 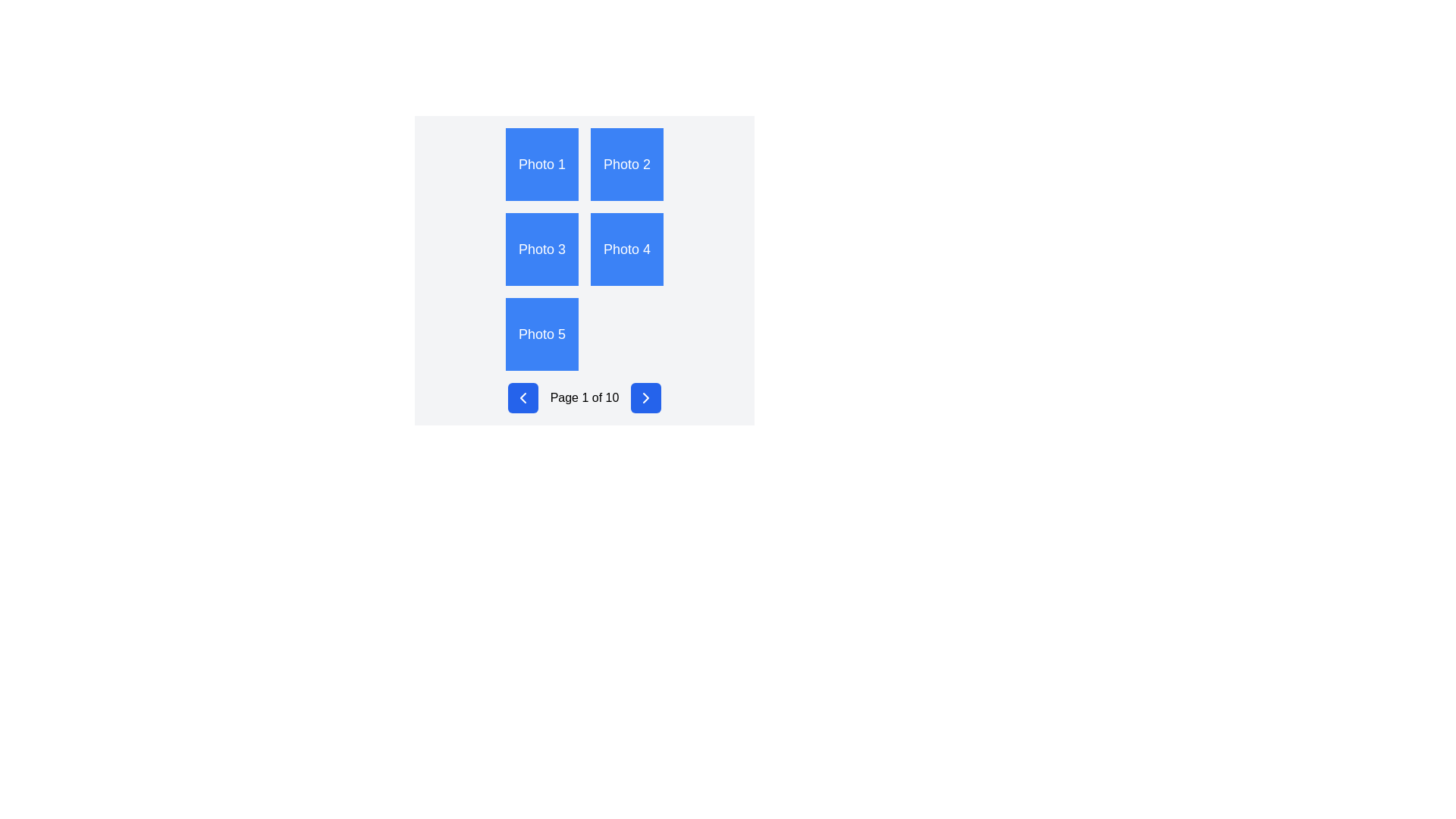 I want to click on the 'Previous Page' button located at the bottom-left of the pagination section, so click(x=522, y=397).